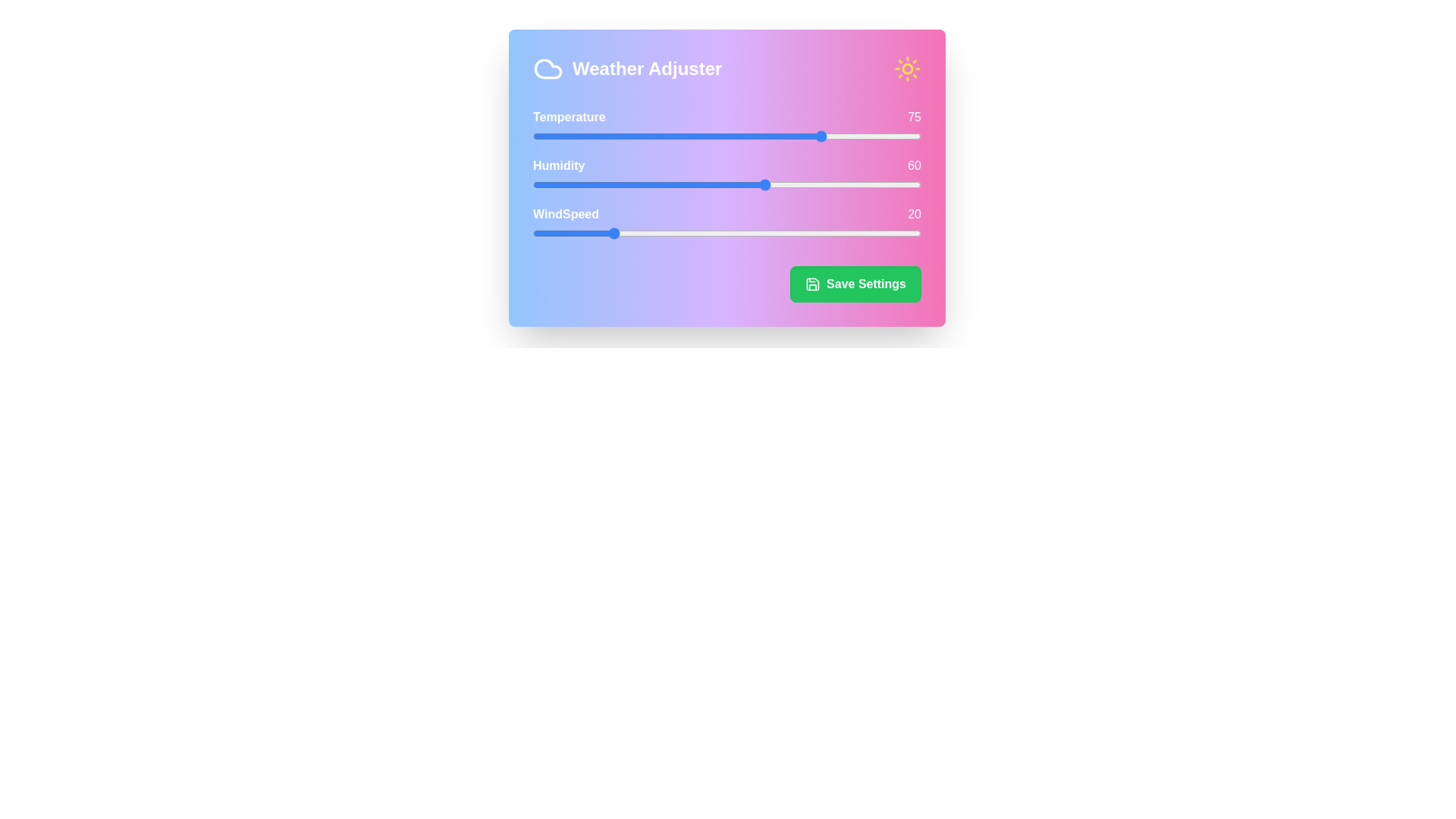 This screenshot has height=819, width=1456. Describe the element at coordinates (726, 234) in the screenshot. I see `the knob of the third range slider in the Weather Adjuster interface` at that location.